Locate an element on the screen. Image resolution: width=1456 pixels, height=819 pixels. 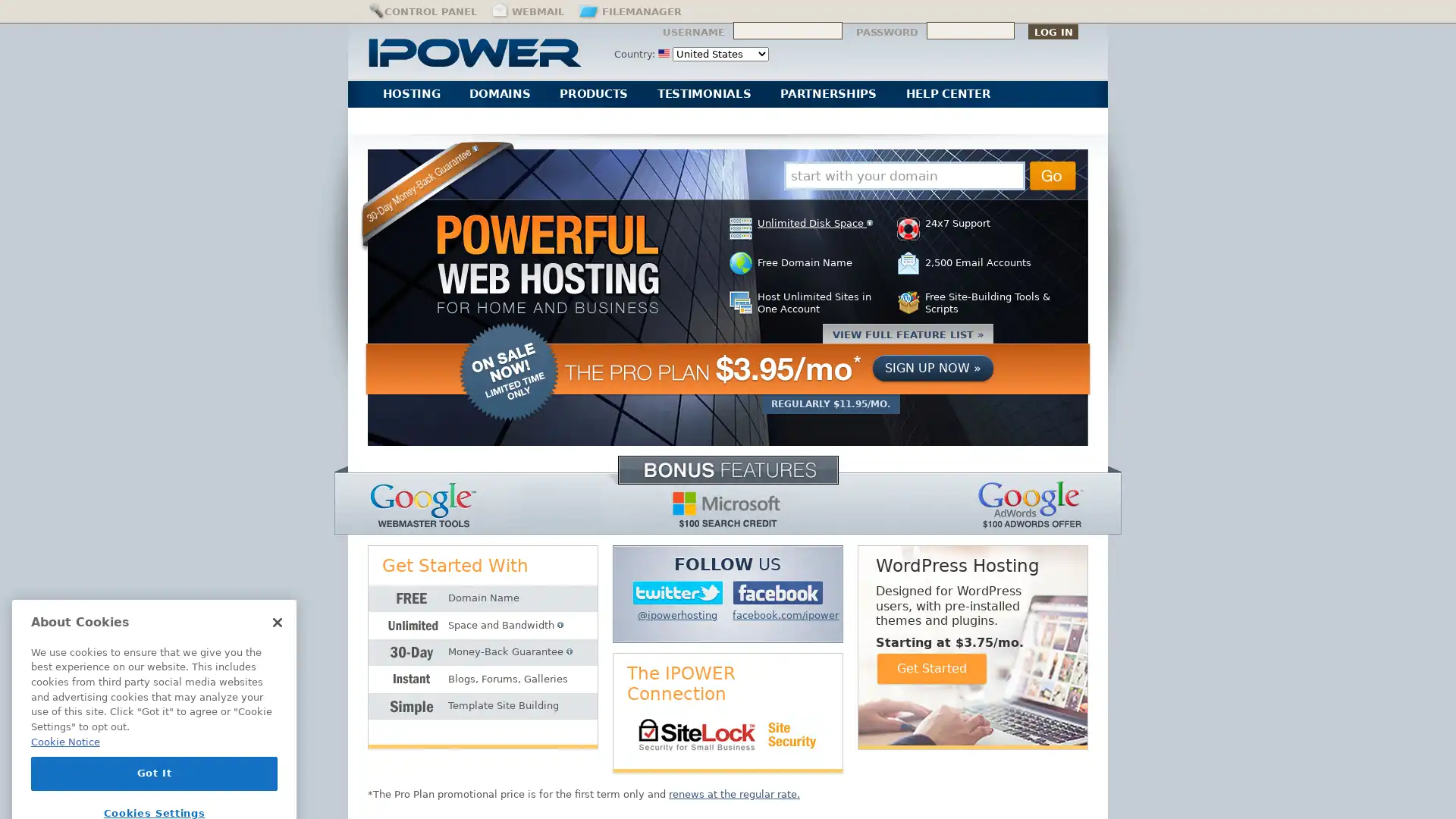
Close is located at coordinates (277, 568).